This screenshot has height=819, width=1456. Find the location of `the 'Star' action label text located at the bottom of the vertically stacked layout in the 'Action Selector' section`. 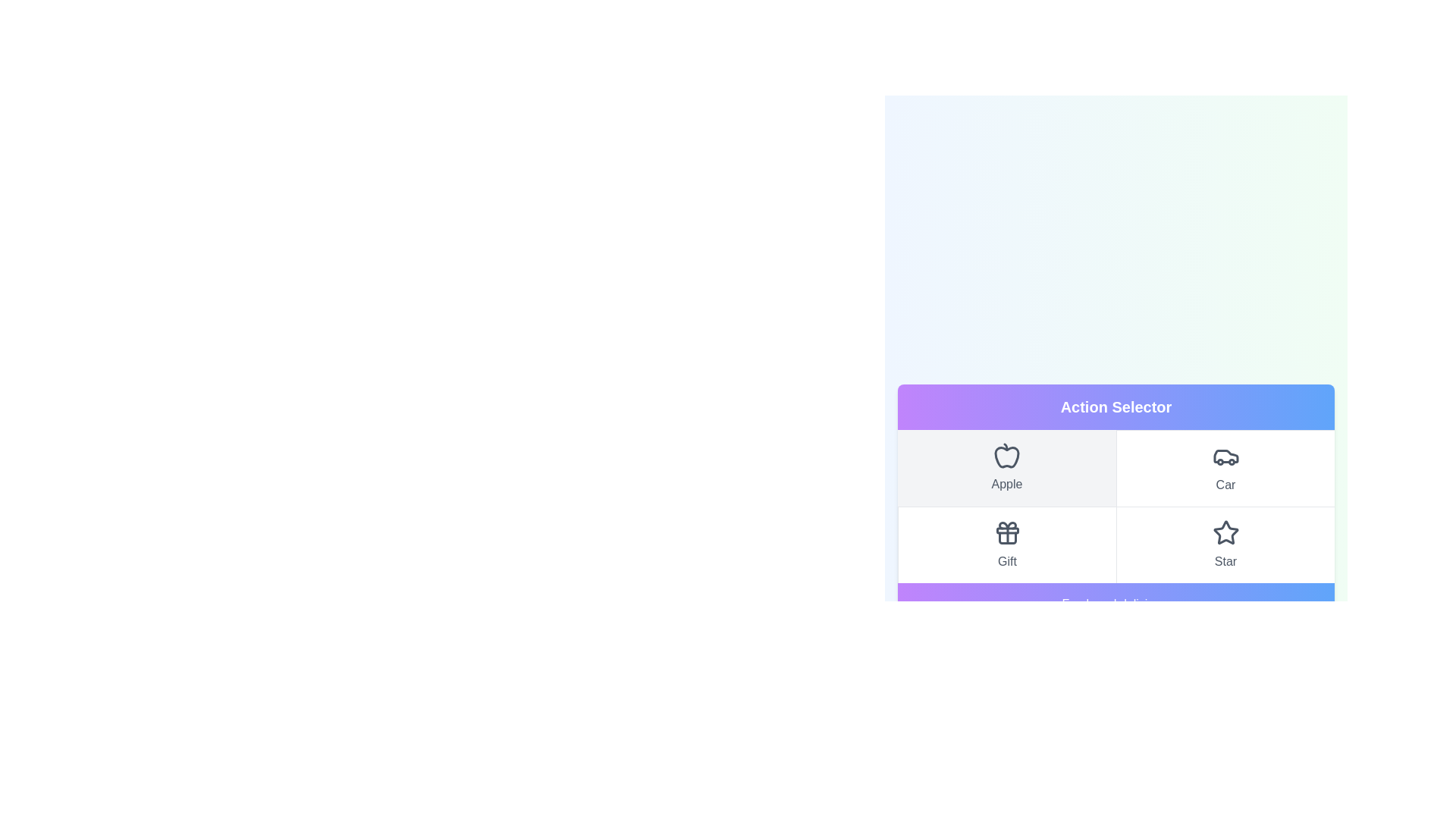

the 'Star' action label text located at the bottom of the vertically stacked layout in the 'Action Selector' section is located at coordinates (1225, 561).